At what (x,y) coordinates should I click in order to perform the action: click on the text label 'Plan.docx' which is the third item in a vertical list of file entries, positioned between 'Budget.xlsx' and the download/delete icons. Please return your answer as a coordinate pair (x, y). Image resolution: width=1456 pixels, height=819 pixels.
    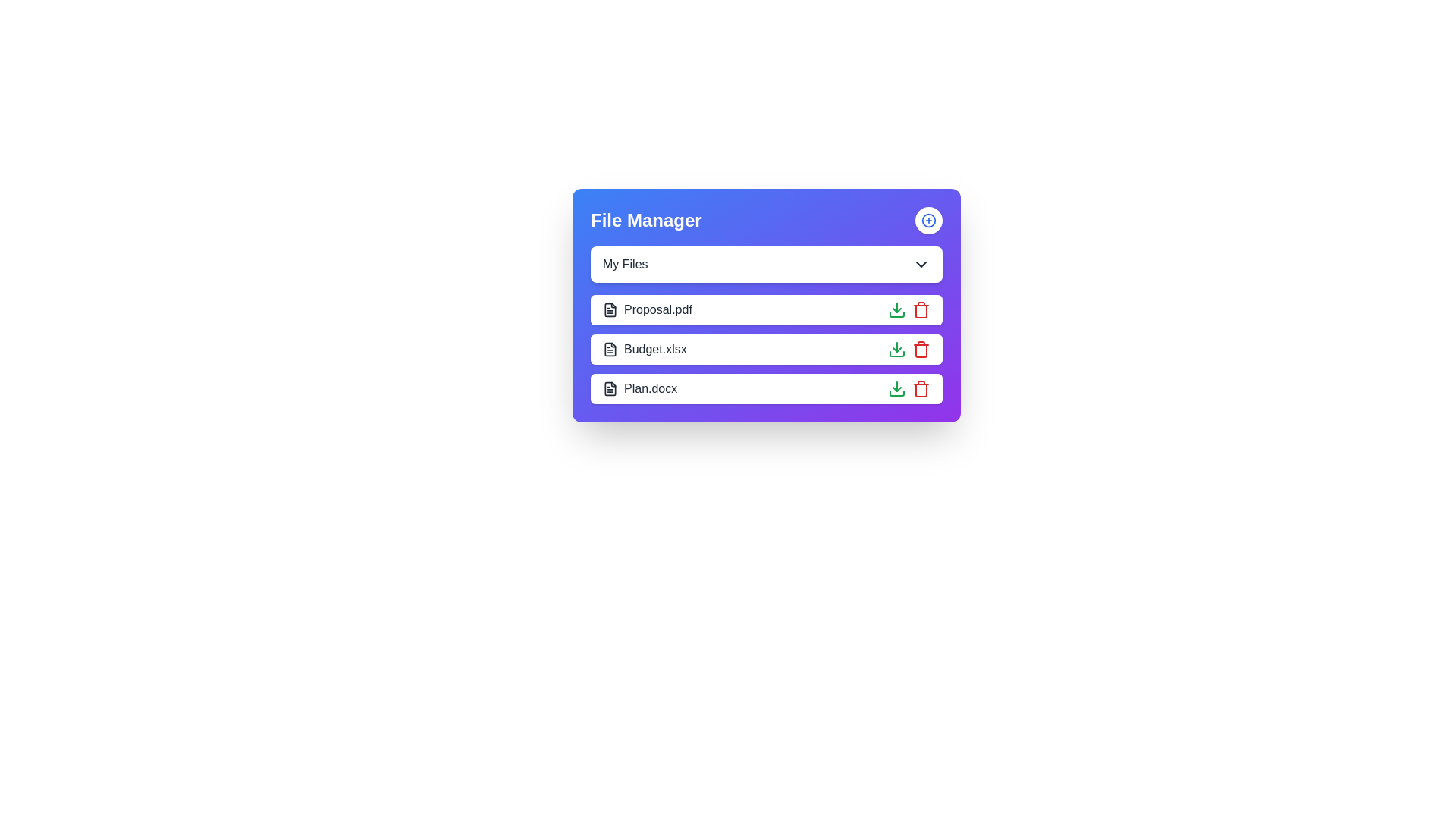
    Looking at the image, I should click on (640, 388).